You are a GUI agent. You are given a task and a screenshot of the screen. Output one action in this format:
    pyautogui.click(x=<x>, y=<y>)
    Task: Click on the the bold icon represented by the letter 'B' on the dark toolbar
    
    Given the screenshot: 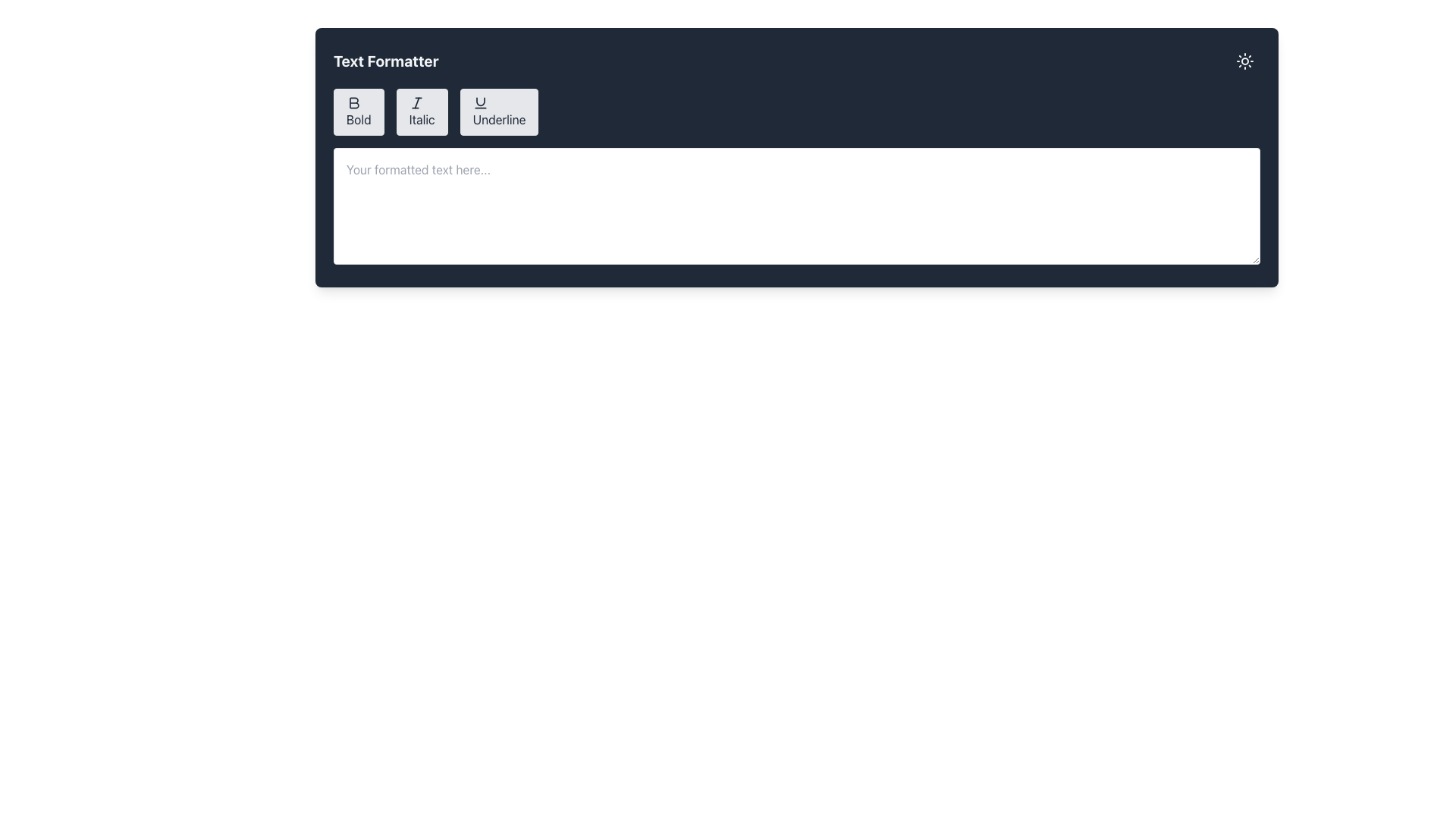 What is the action you would take?
    pyautogui.click(x=353, y=102)
    